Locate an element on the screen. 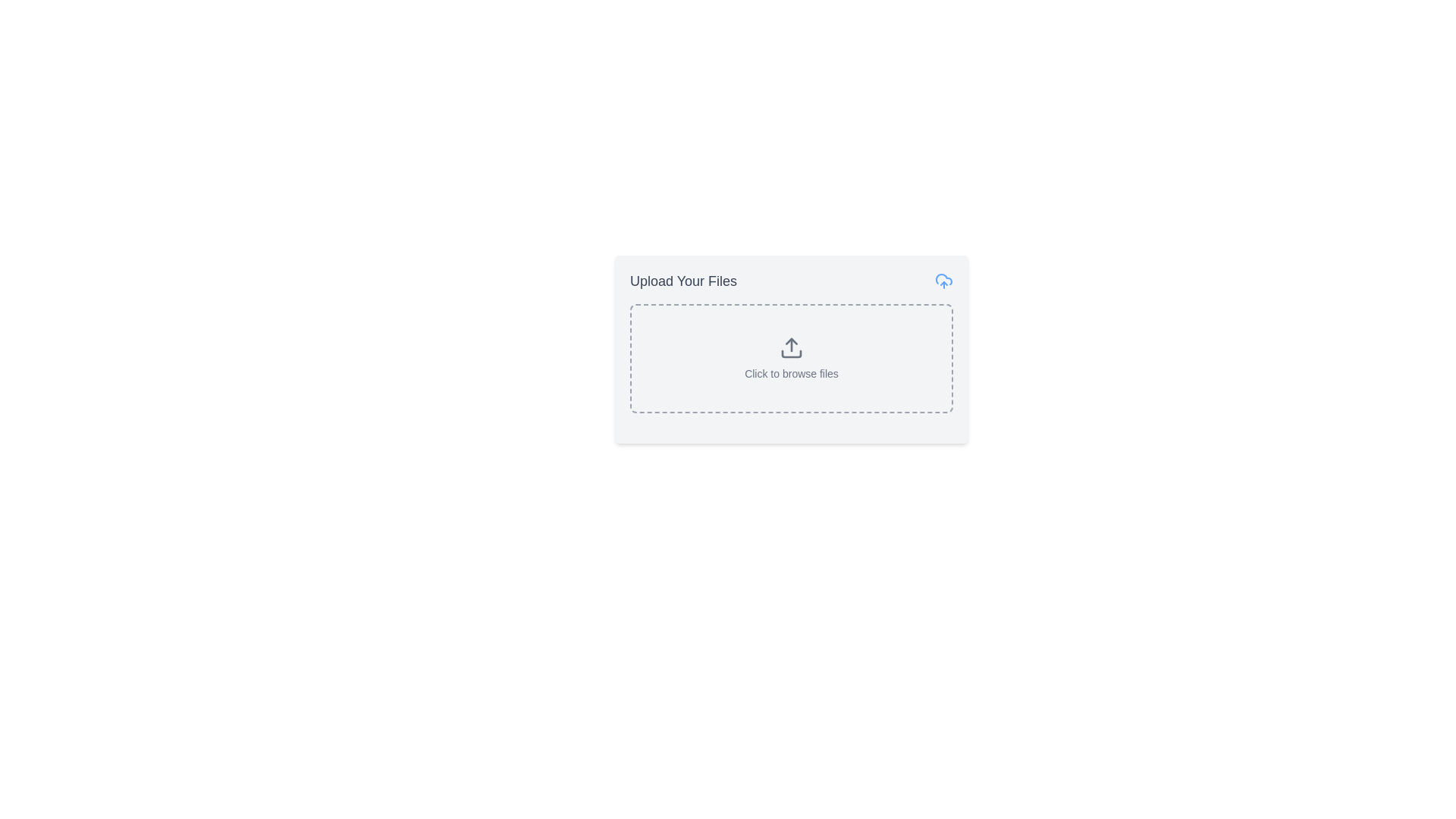 The height and width of the screenshot is (819, 1456). the base part of the upload icon component, which is located near the center of the file upload interface, below the upward arrow is located at coordinates (790, 353).